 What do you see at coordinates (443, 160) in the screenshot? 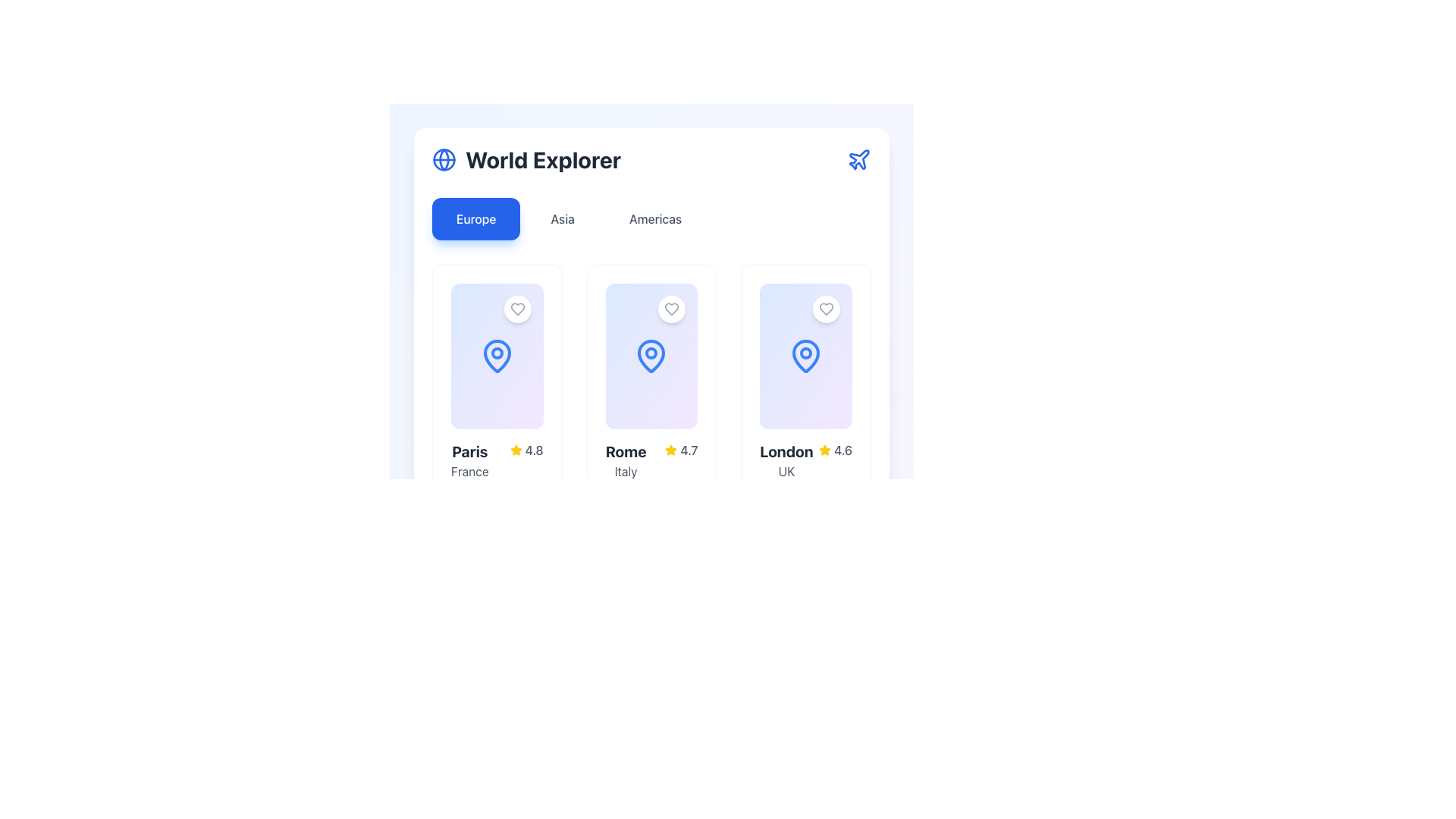
I see `the globe icon represented as a Circle within the SVG element` at bounding box center [443, 160].